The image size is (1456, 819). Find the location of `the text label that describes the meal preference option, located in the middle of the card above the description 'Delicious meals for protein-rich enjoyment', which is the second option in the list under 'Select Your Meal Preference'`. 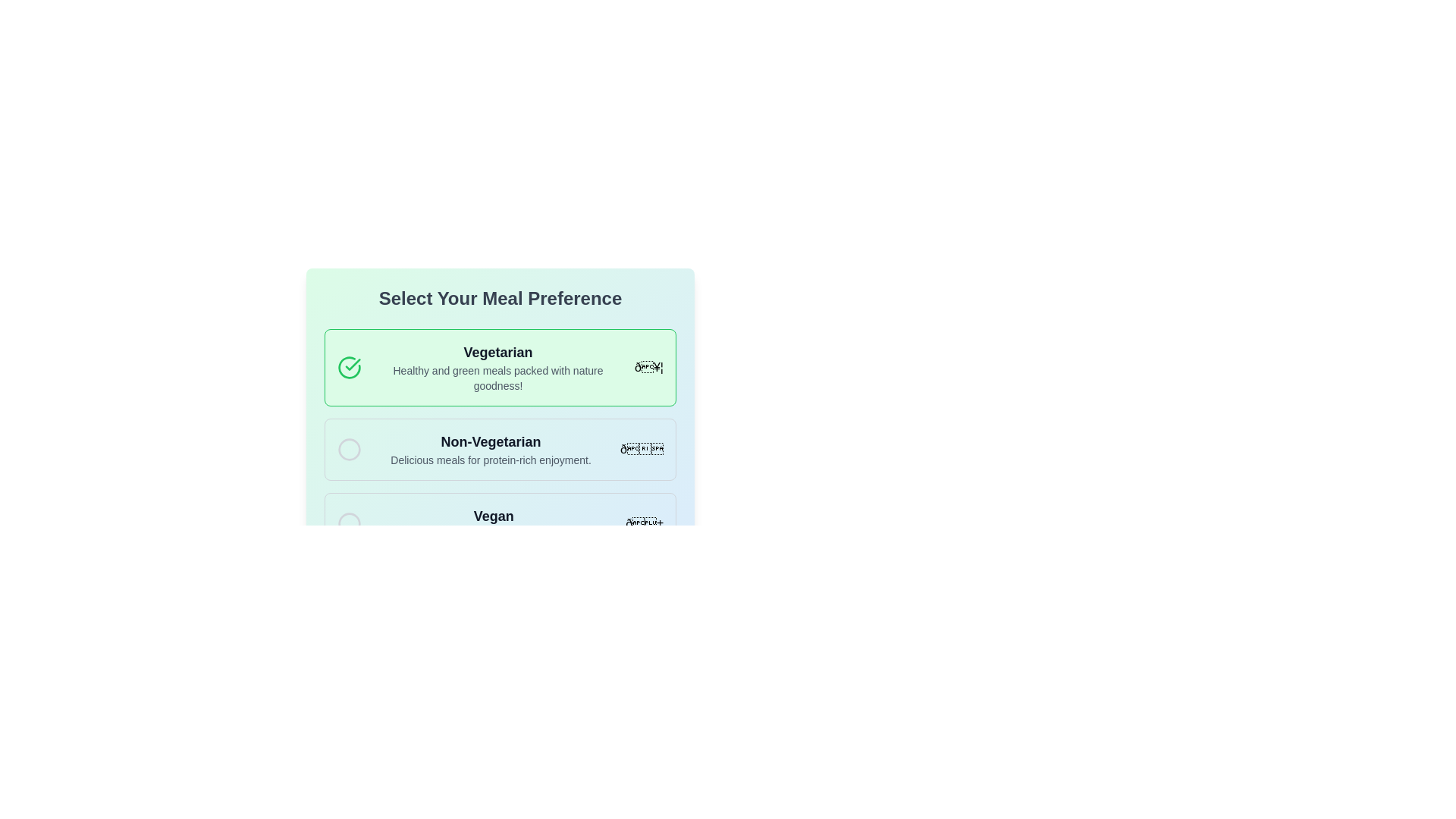

the text label that describes the meal preference option, located in the middle of the card above the description 'Delicious meals for protein-rich enjoyment', which is the second option in the list under 'Select Your Meal Preference' is located at coordinates (491, 441).